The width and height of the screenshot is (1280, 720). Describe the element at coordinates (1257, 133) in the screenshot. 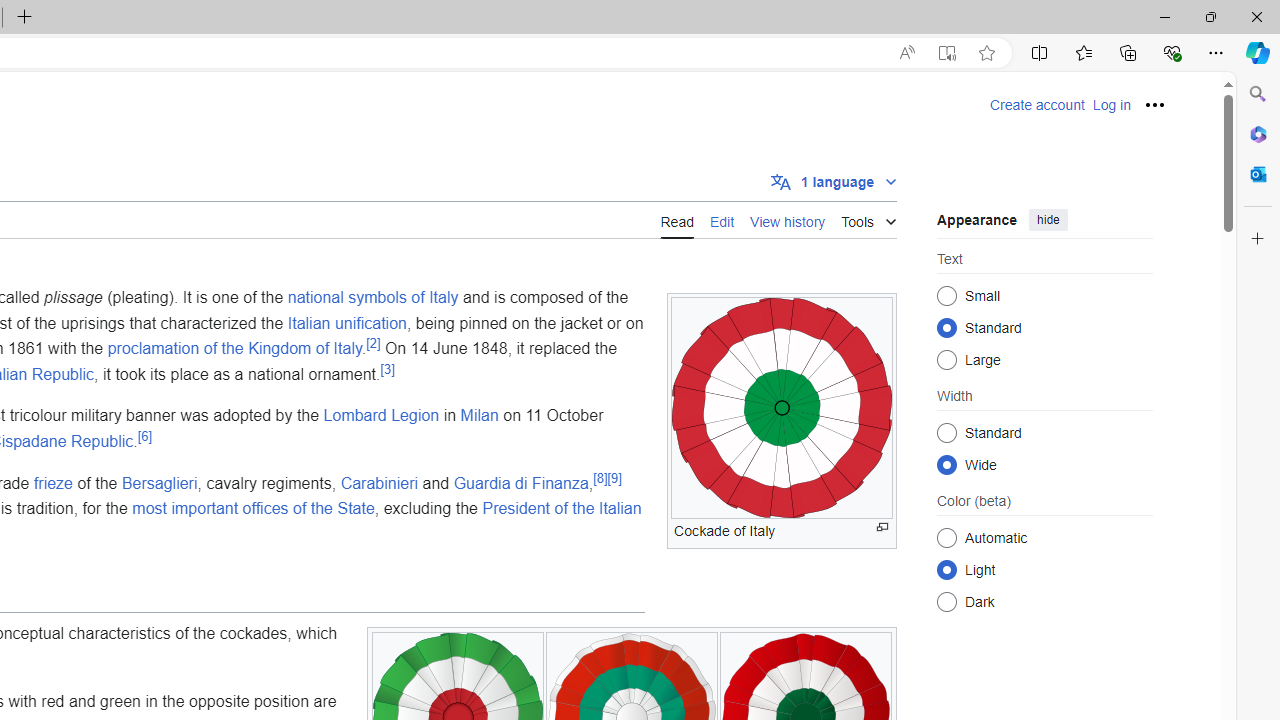

I see `'Microsoft 365'` at that location.